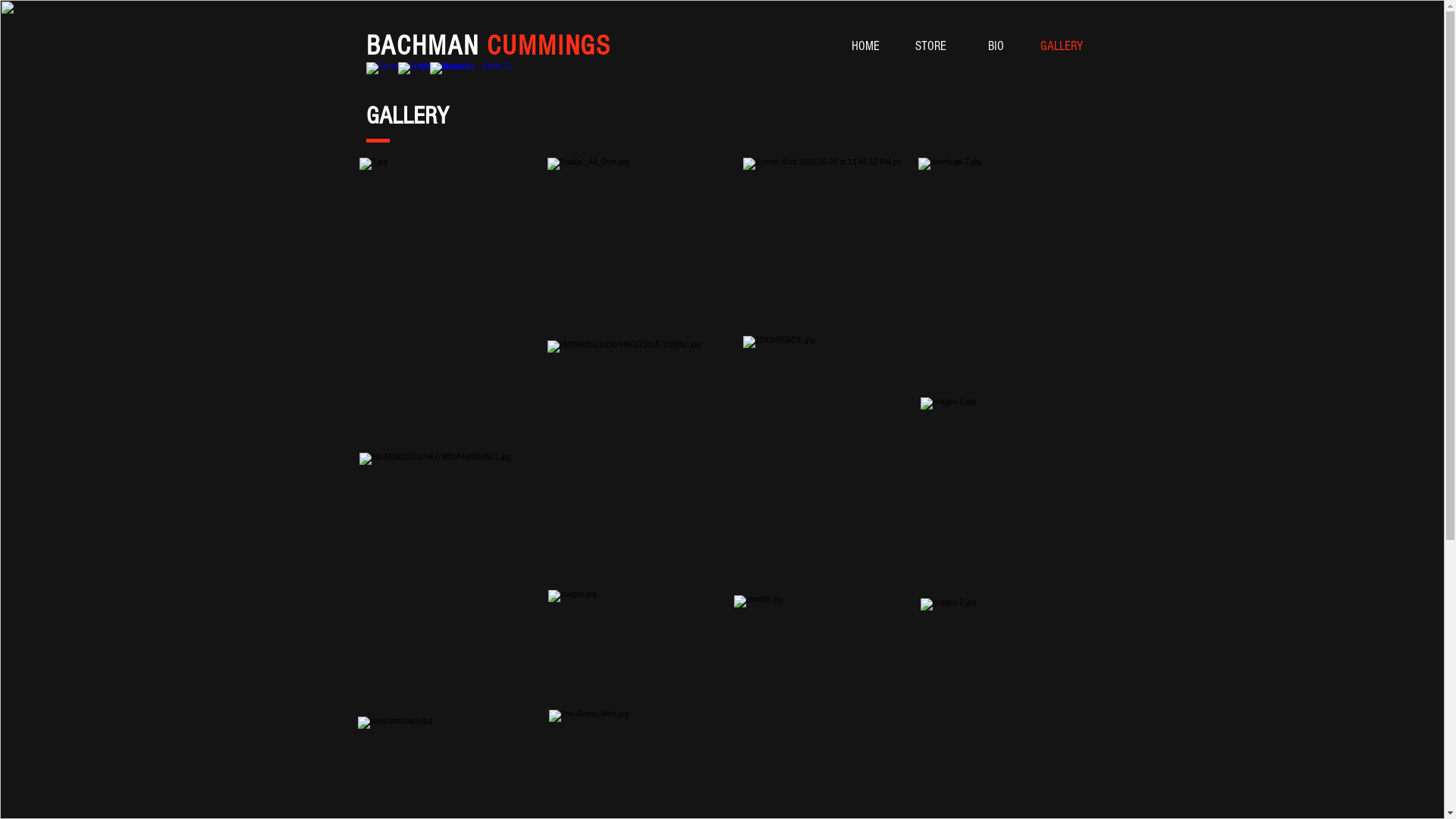 This screenshot has height=819, width=1456. I want to click on 'BACHMAN CUMMINGS', so click(488, 45).